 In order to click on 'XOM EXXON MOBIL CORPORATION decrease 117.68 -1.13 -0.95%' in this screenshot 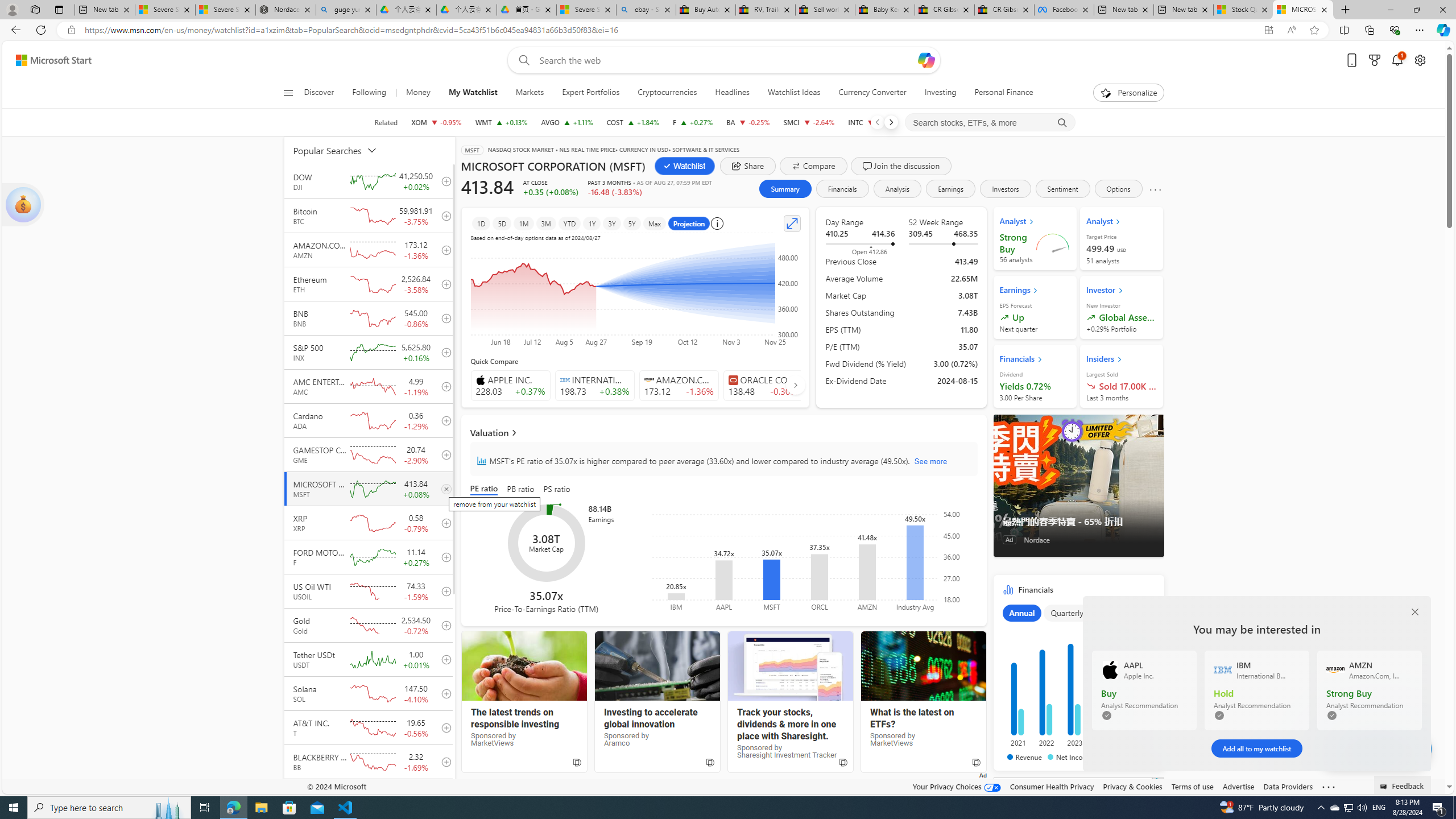, I will do `click(436, 122)`.